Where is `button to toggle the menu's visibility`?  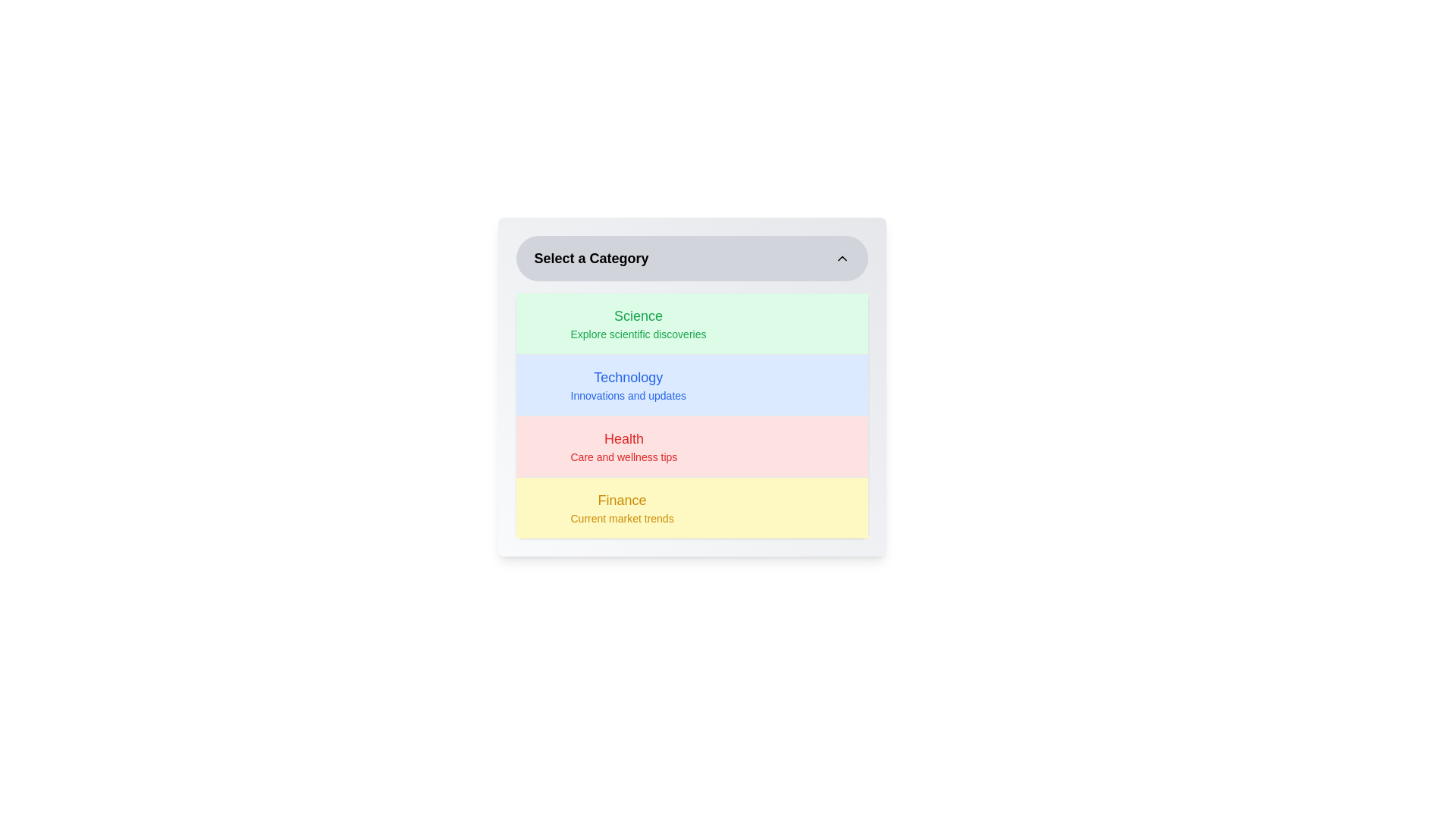
button to toggle the menu's visibility is located at coordinates (691, 257).